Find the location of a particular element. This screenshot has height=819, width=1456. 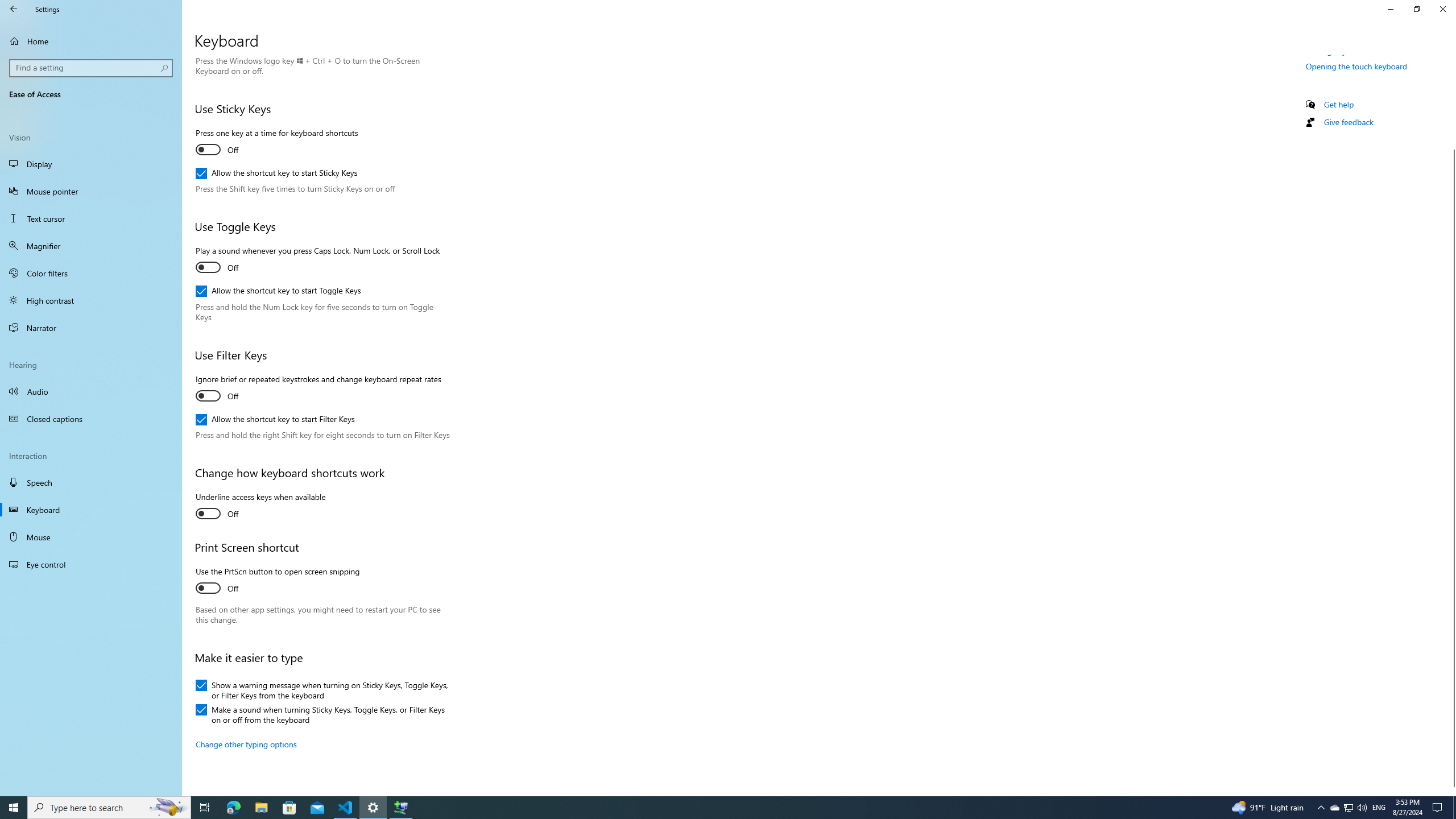

'Opening the touch keyboard' is located at coordinates (1356, 65).